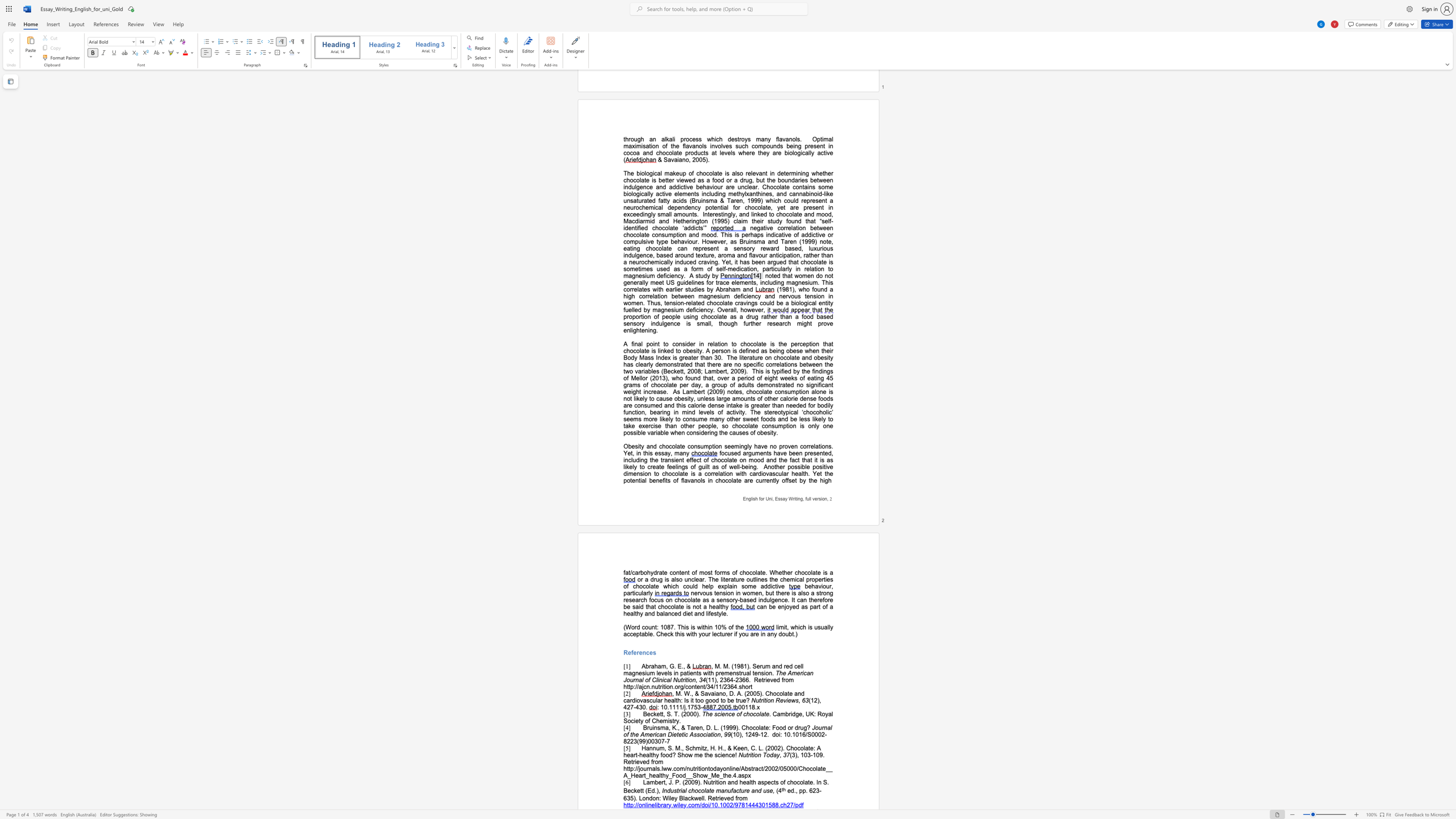 The width and height of the screenshot is (1456, 819). What do you see at coordinates (671, 714) in the screenshot?
I see `the subset text ". T" within the text "Beckett, S. T. (2000)."` at bounding box center [671, 714].